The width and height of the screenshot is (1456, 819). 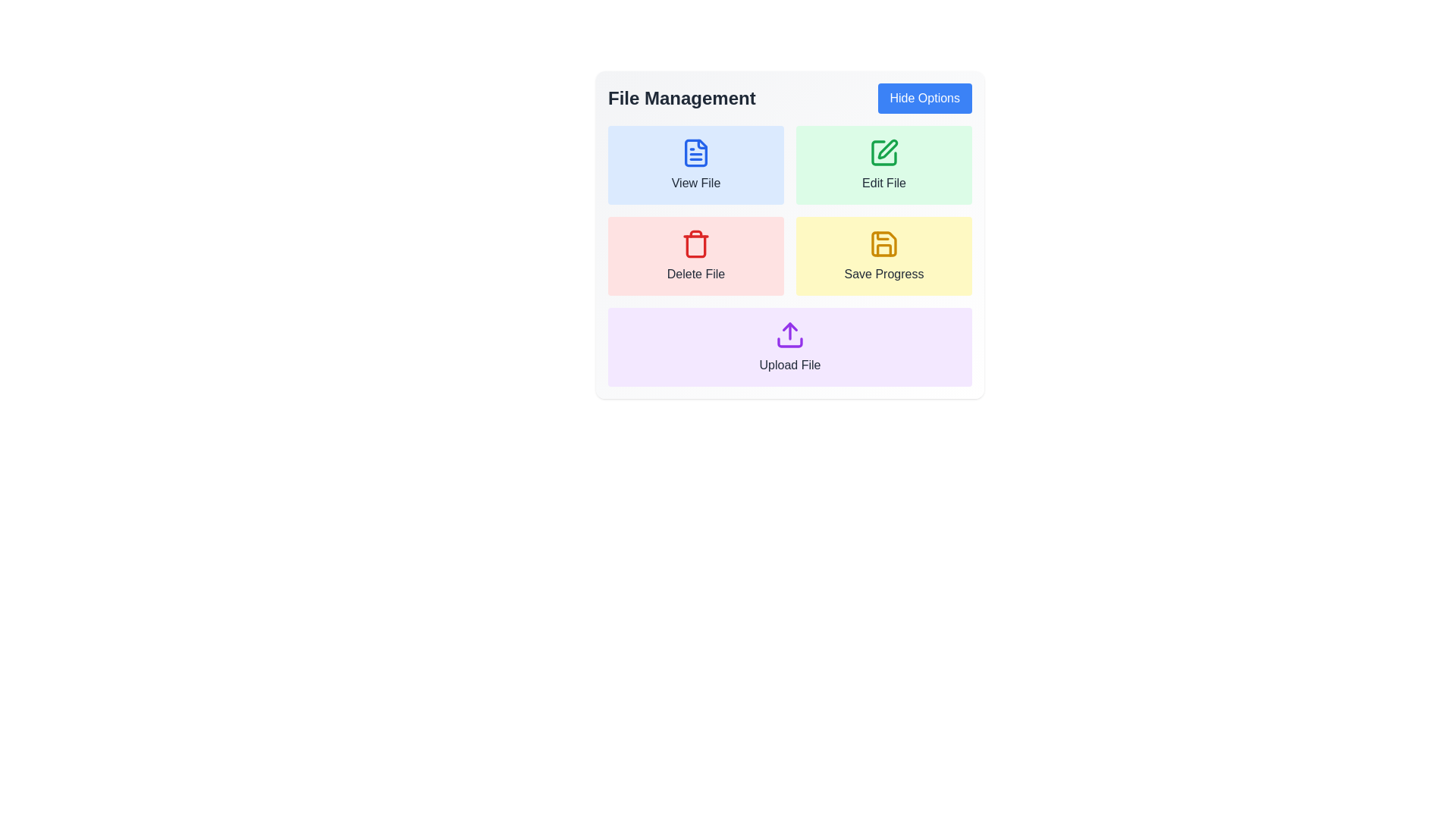 I want to click on the green square-shaped edit icon with a white-outlined pen in the center located in the Edit File section of the File Management interface, so click(x=884, y=152).